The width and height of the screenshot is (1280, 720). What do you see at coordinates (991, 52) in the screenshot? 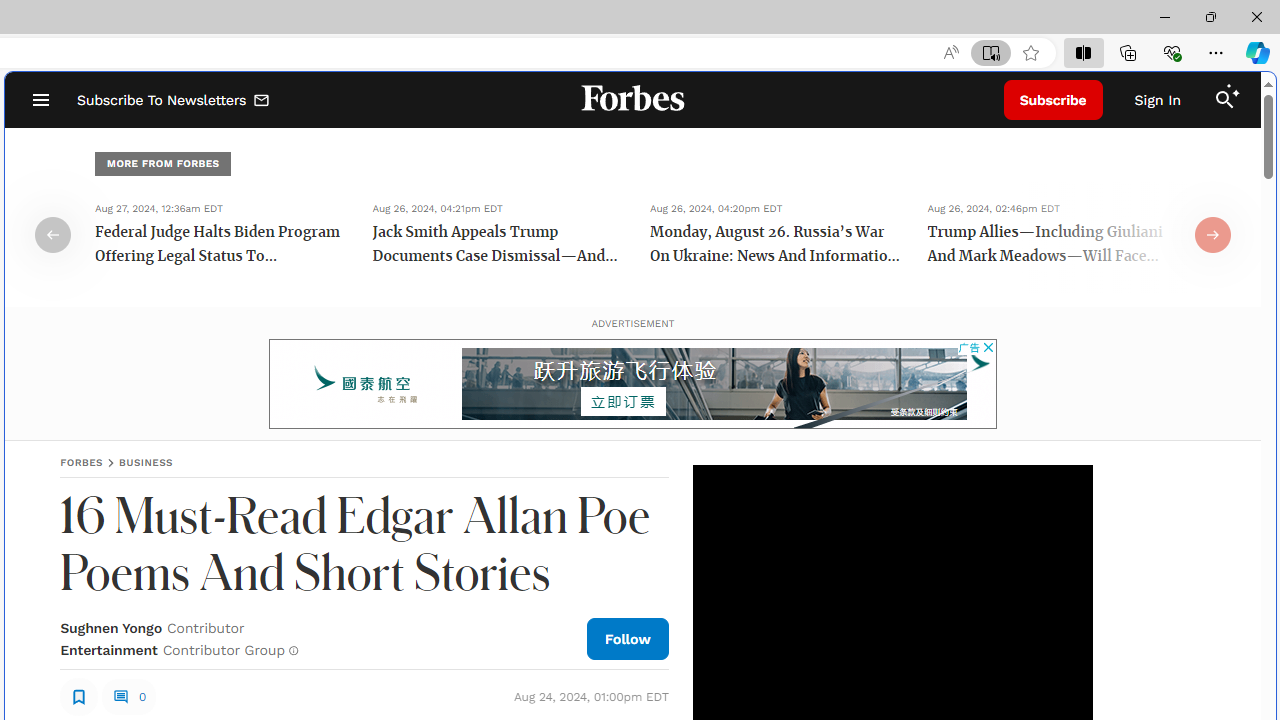
I see `'Enter Immersive Reader (F9)'` at bounding box center [991, 52].